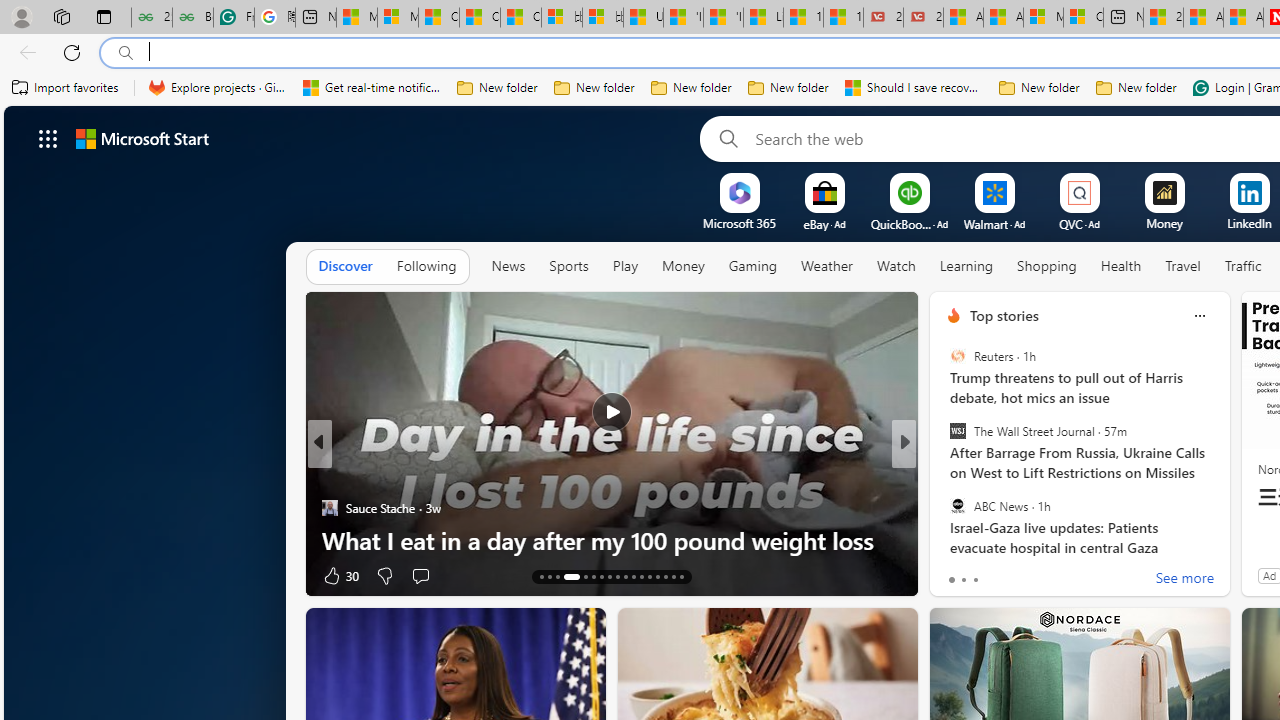 This screenshot has height=720, width=1280. Describe the element at coordinates (1248, 223) in the screenshot. I see `'LinkedIn'` at that location.